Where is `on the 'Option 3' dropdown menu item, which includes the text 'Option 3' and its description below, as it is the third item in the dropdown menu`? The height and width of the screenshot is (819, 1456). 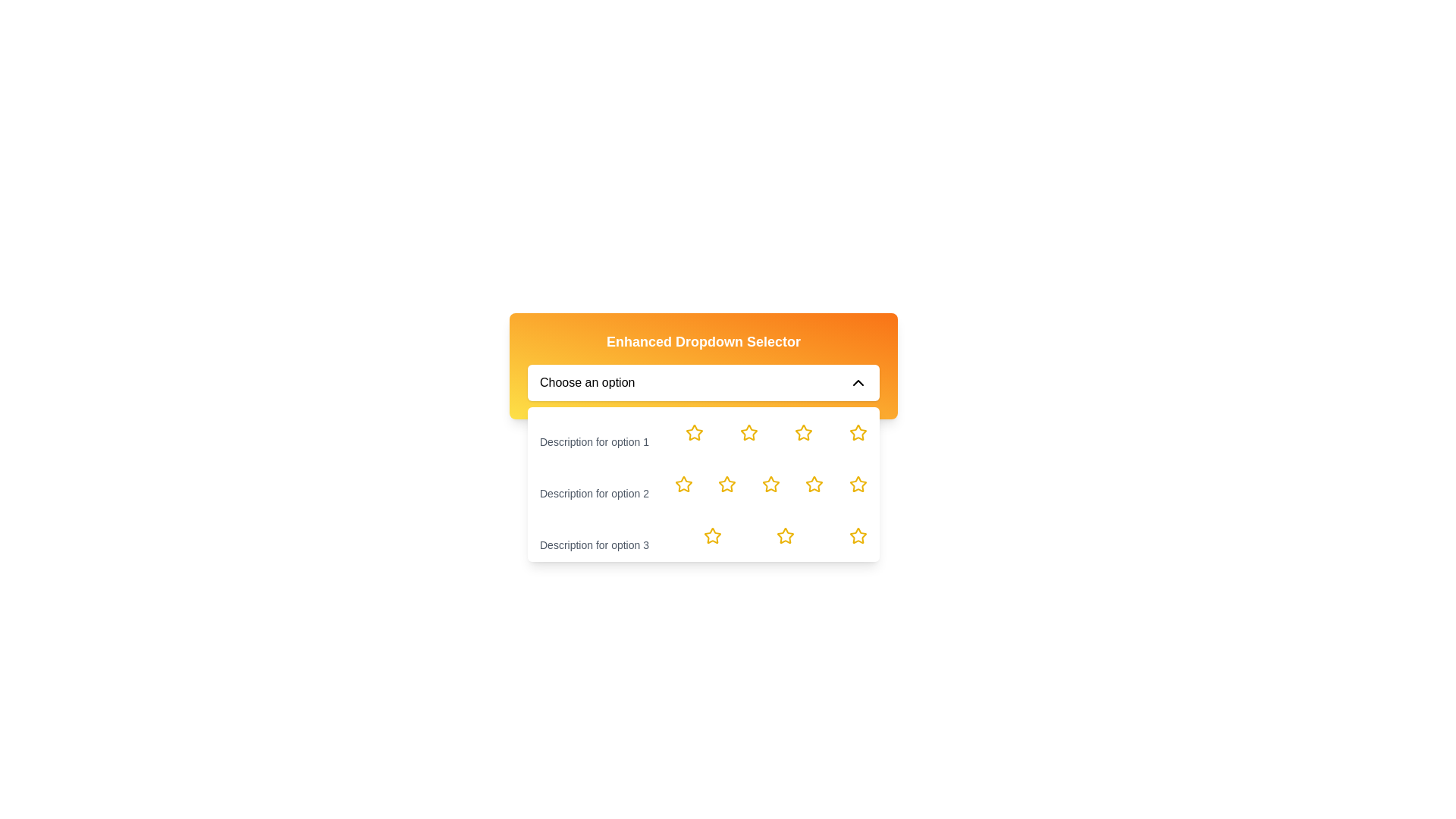 on the 'Option 3' dropdown menu item, which includes the text 'Option 3' and its description below, as it is the third item in the dropdown menu is located at coordinates (702, 535).